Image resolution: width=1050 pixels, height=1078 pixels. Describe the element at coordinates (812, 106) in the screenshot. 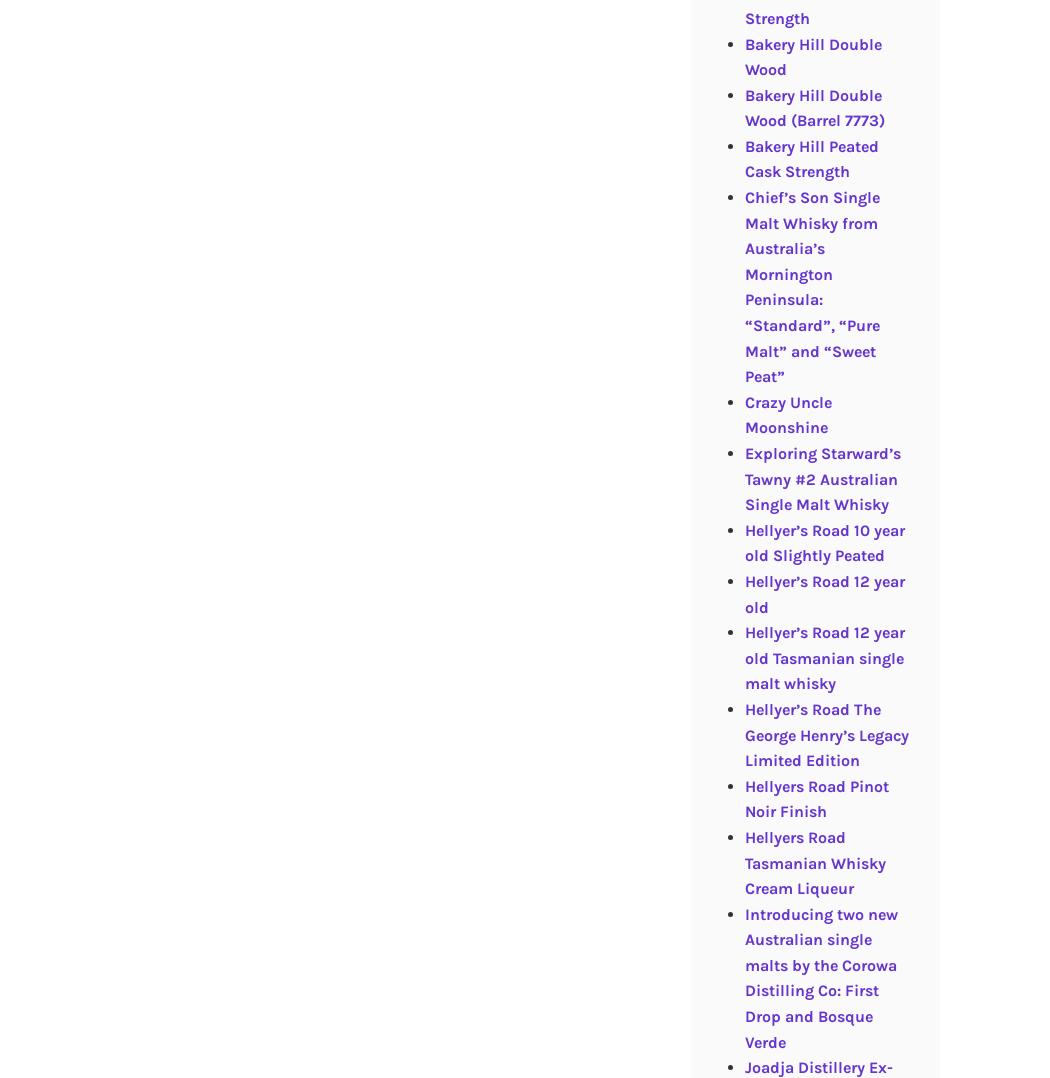

I see `'Bakery Hill Double Wood (Barrel 7773)'` at that location.